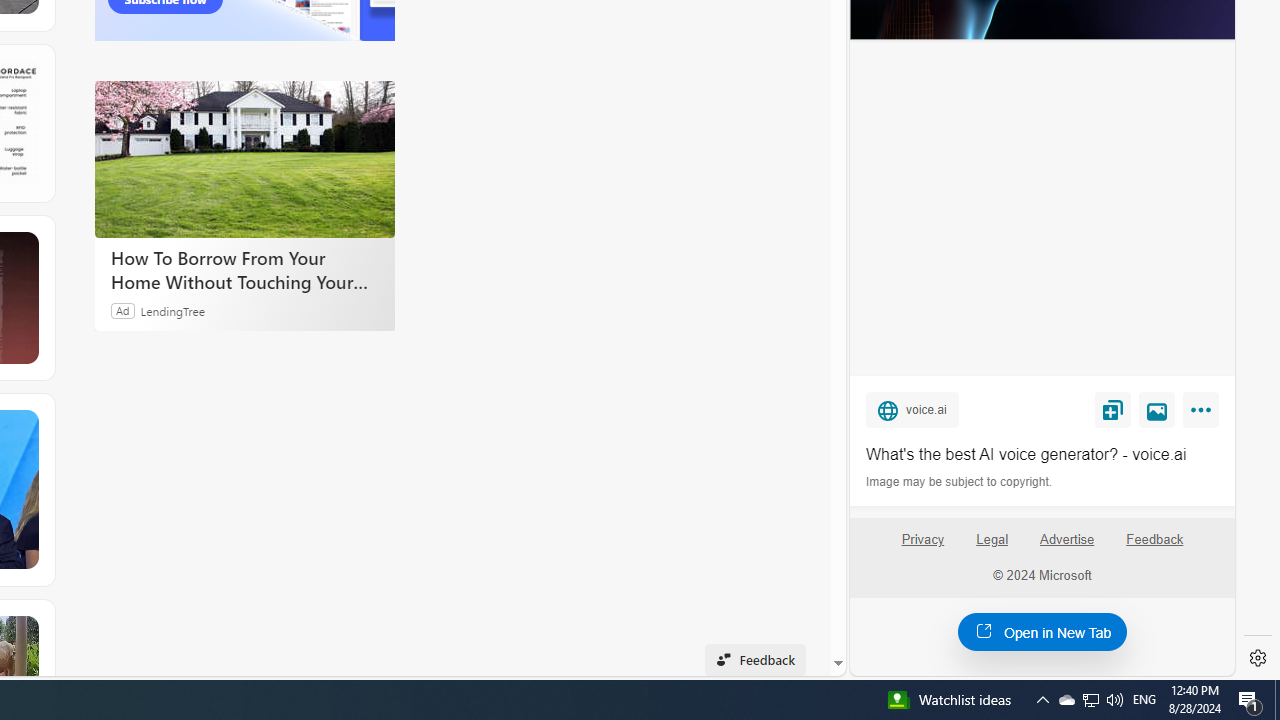 Image resolution: width=1280 pixels, height=720 pixels. What do you see at coordinates (1203, 412) in the screenshot?
I see `'More'` at bounding box center [1203, 412].